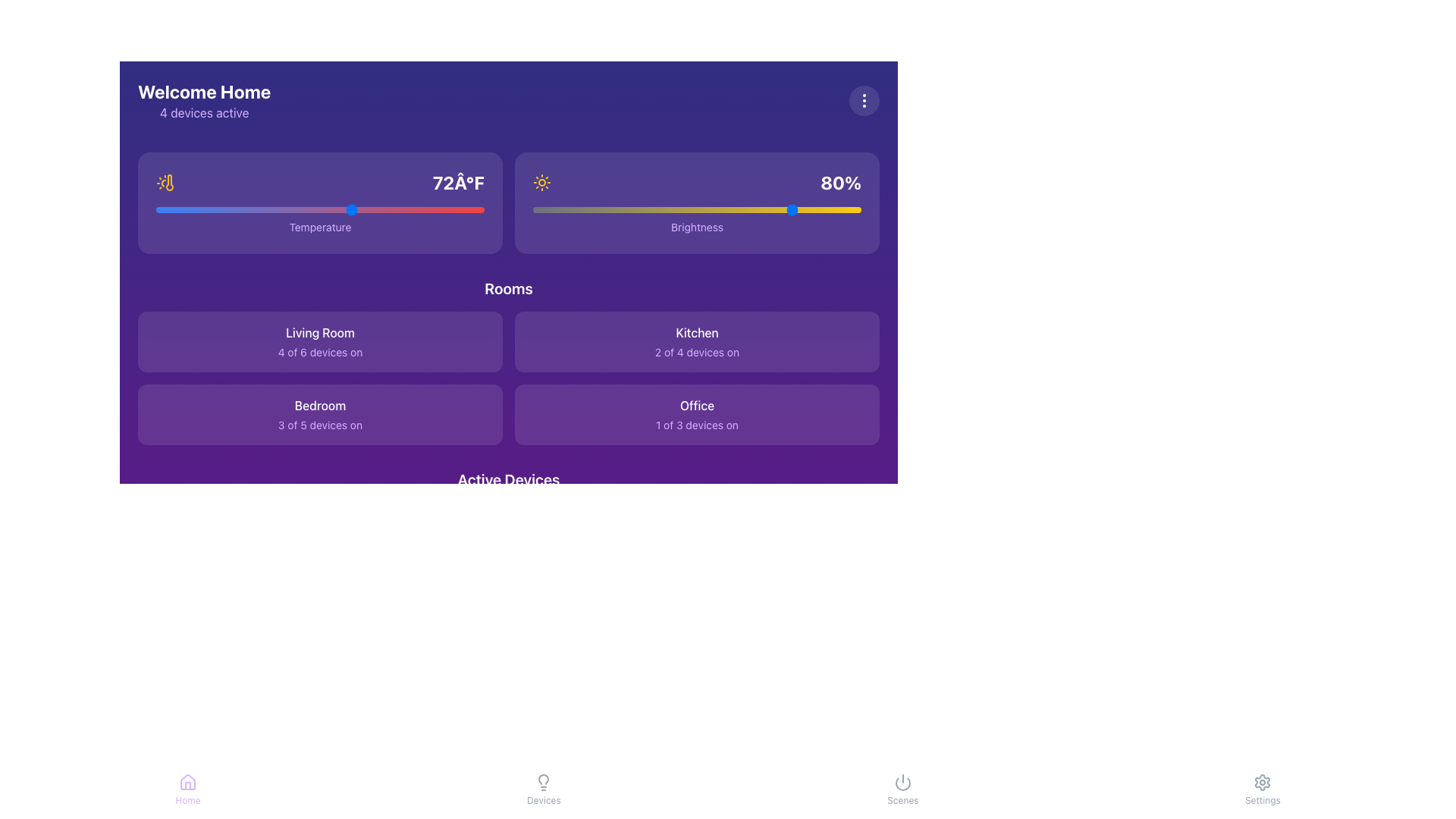 Image resolution: width=1456 pixels, height=819 pixels. Describe the element at coordinates (696, 227) in the screenshot. I see `the text label that describes the function or property being adjusted by the progress bar, located below the gradient progress bar` at that location.